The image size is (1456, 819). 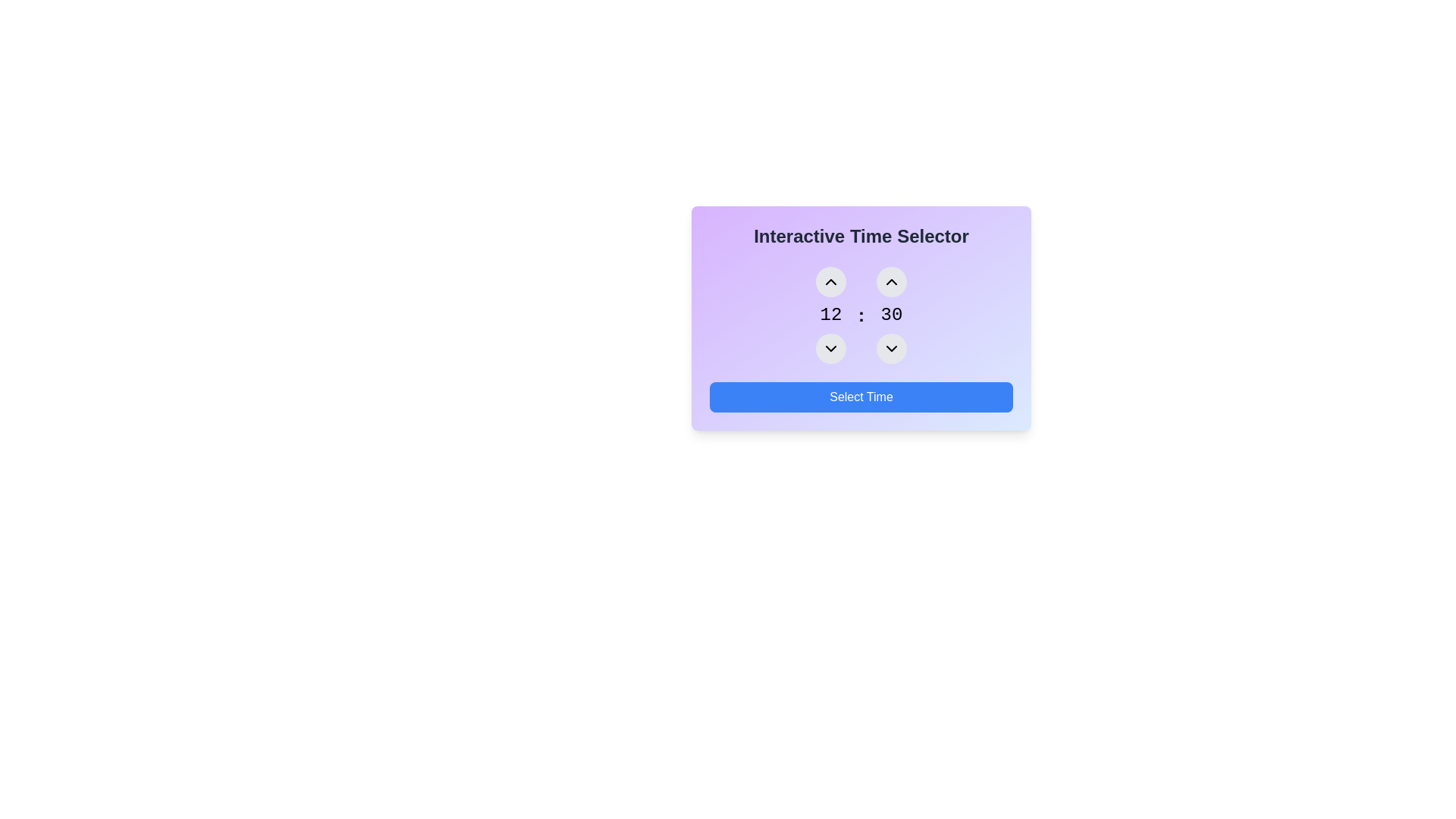 I want to click on the circular button with a light gray background and a black downward arrow icon located directly beneath the text '30', so click(x=892, y=348).